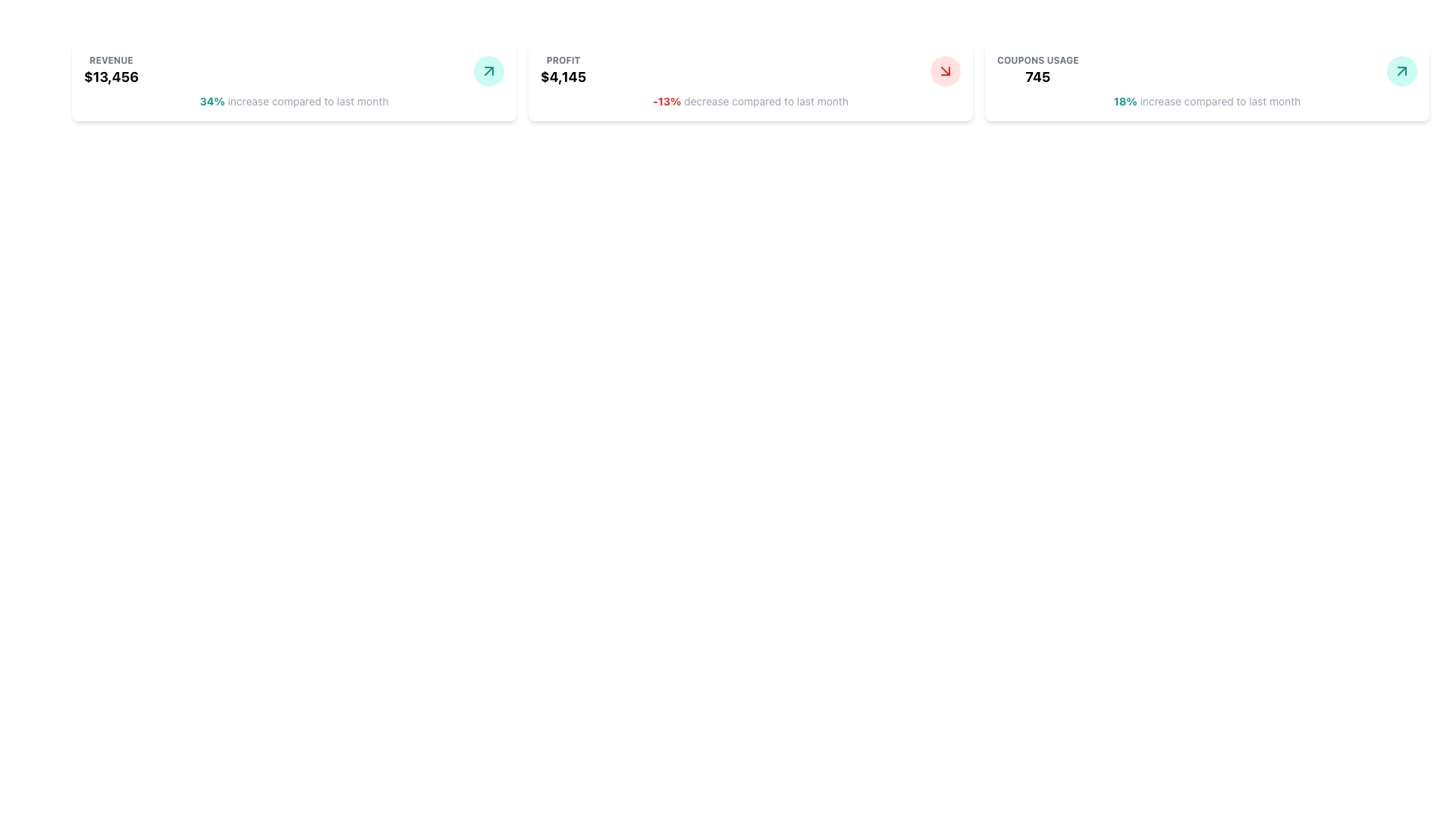  What do you see at coordinates (1207, 82) in the screenshot?
I see `the Summary metric card element displaying 'Coupons usage' with '745' in bold and a teal circle with an up-right arrow, located in the rightmost column of the grid layout` at bounding box center [1207, 82].